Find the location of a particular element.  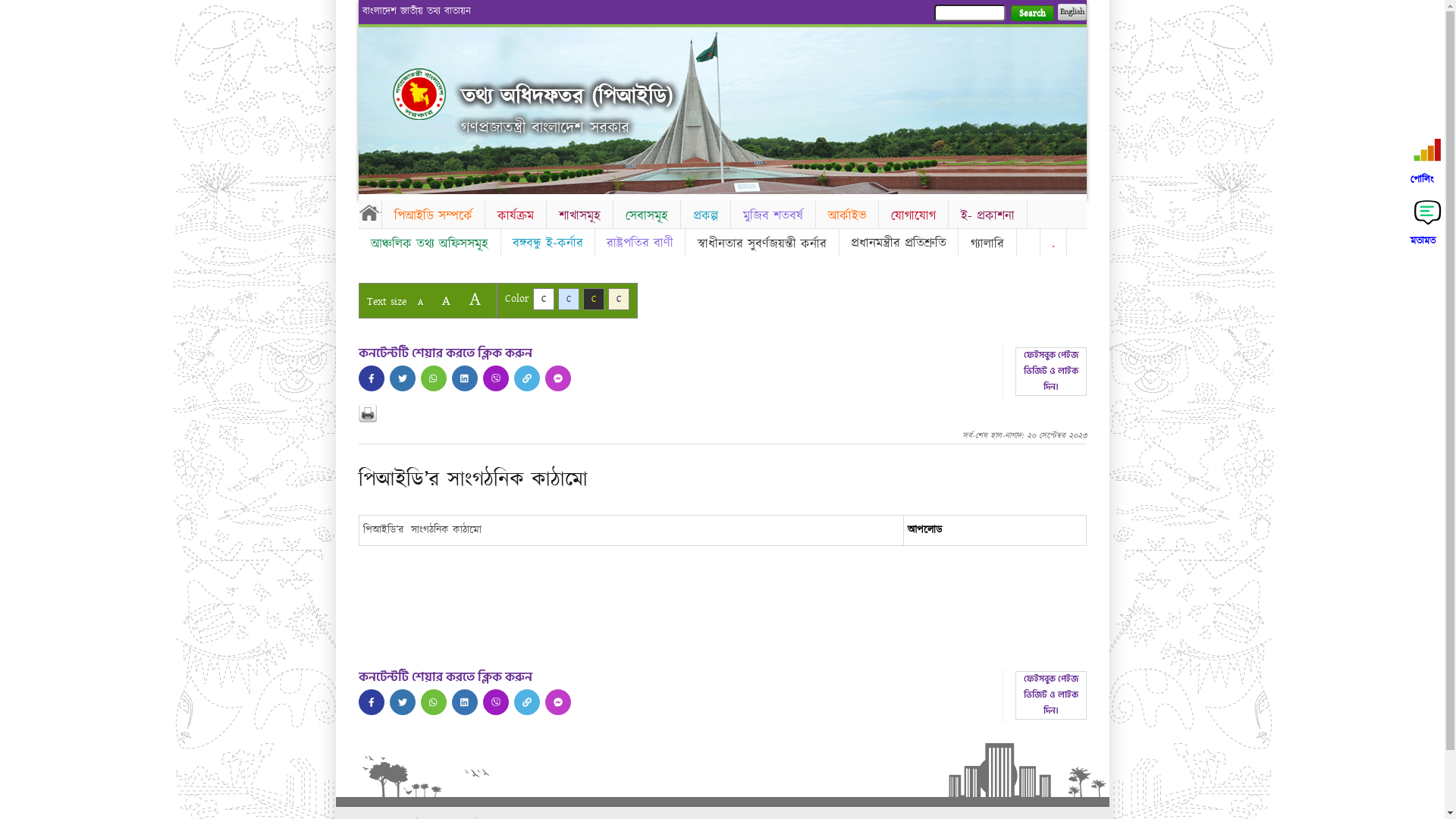

'Home' is located at coordinates (356, 212).